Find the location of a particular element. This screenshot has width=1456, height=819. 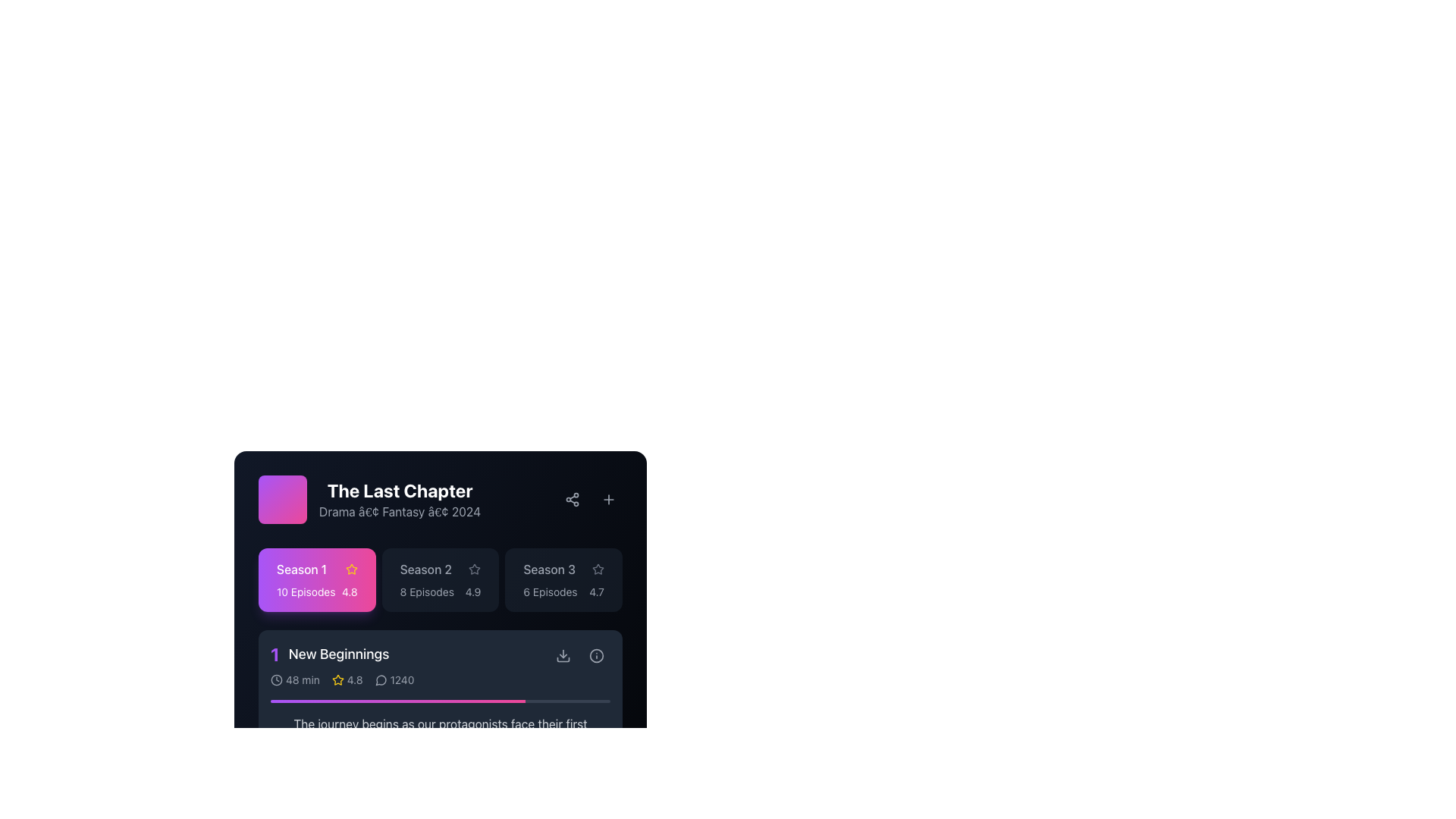

the Text label that provides content-related information for the episode, positioned under the 'New Beginnings' title is located at coordinates (439, 733).